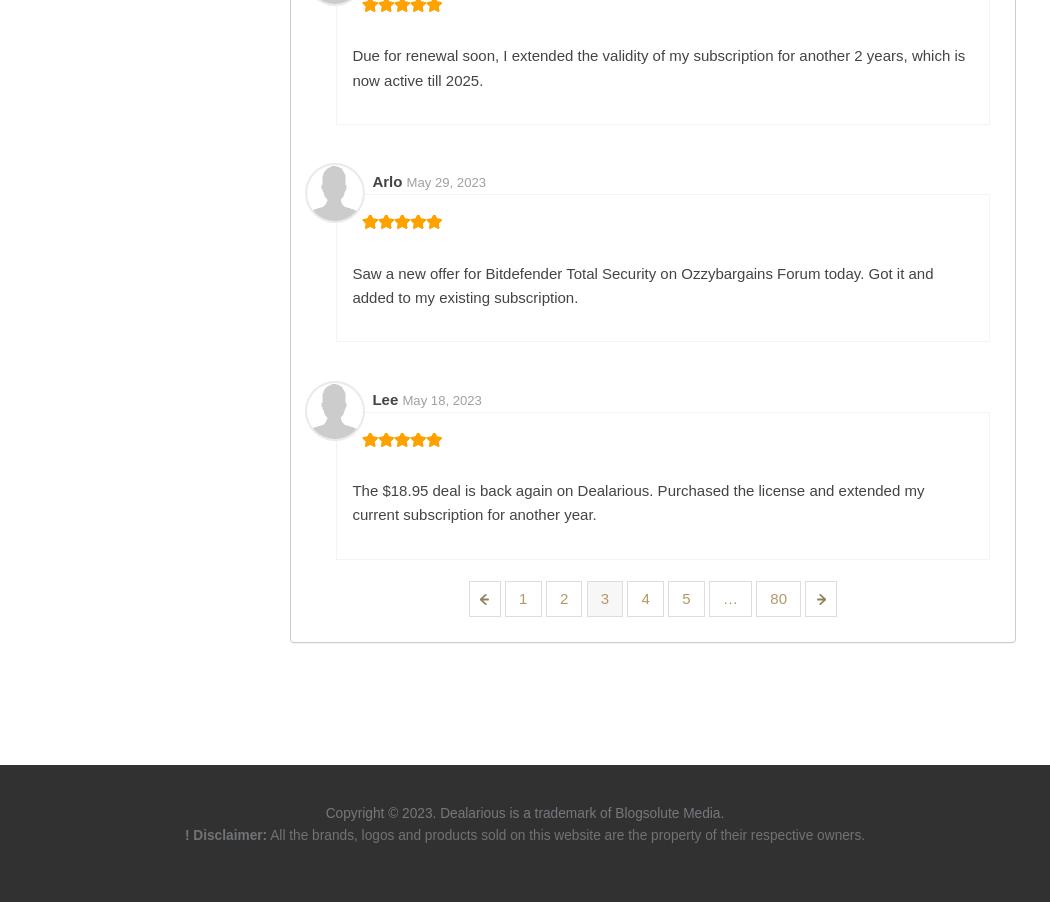 Image resolution: width=1050 pixels, height=902 pixels. I want to click on '1', so click(522, 598).